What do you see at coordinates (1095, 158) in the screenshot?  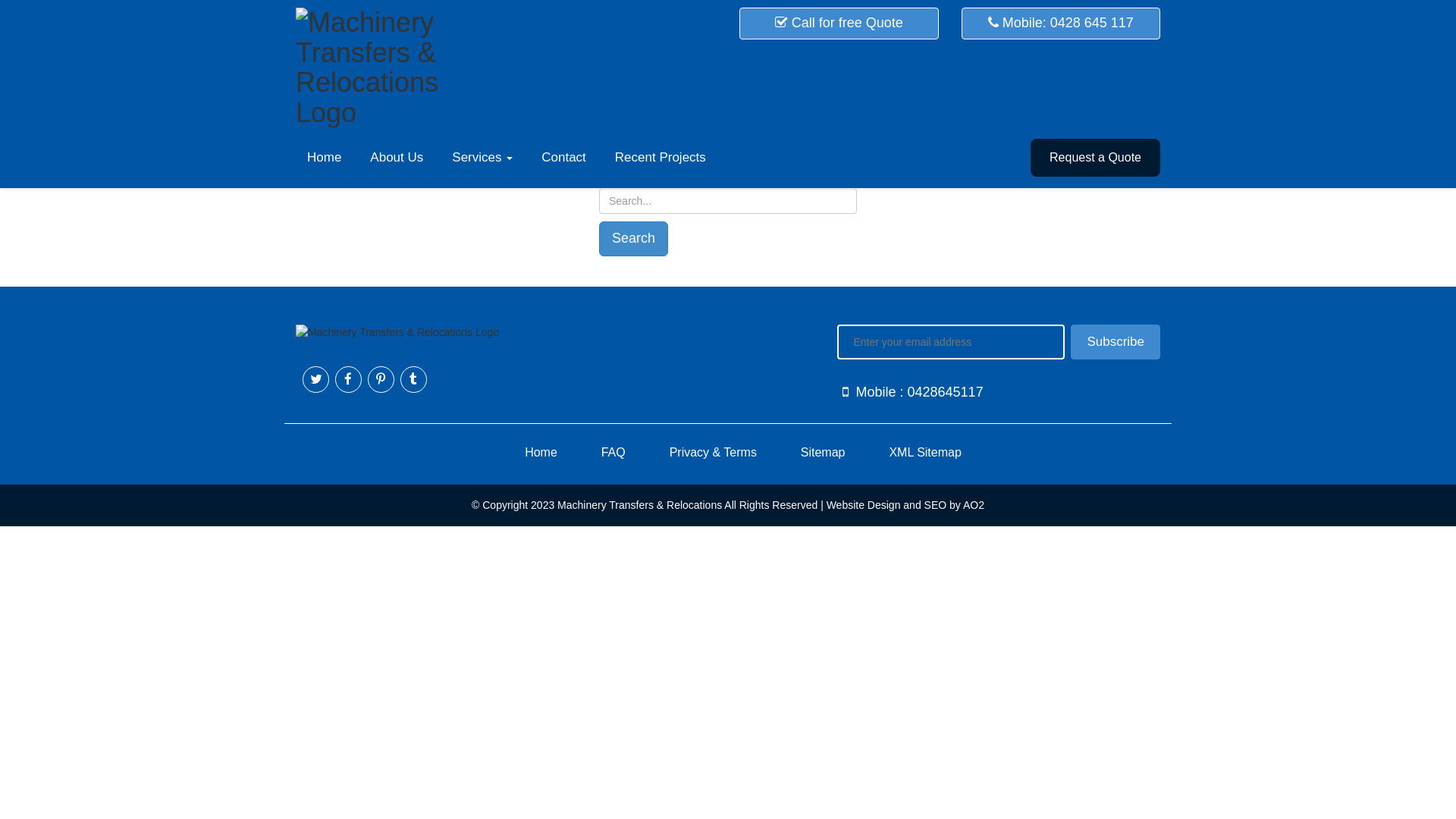 I see `'Request a Quote'` at bounding box center [1095, 158].